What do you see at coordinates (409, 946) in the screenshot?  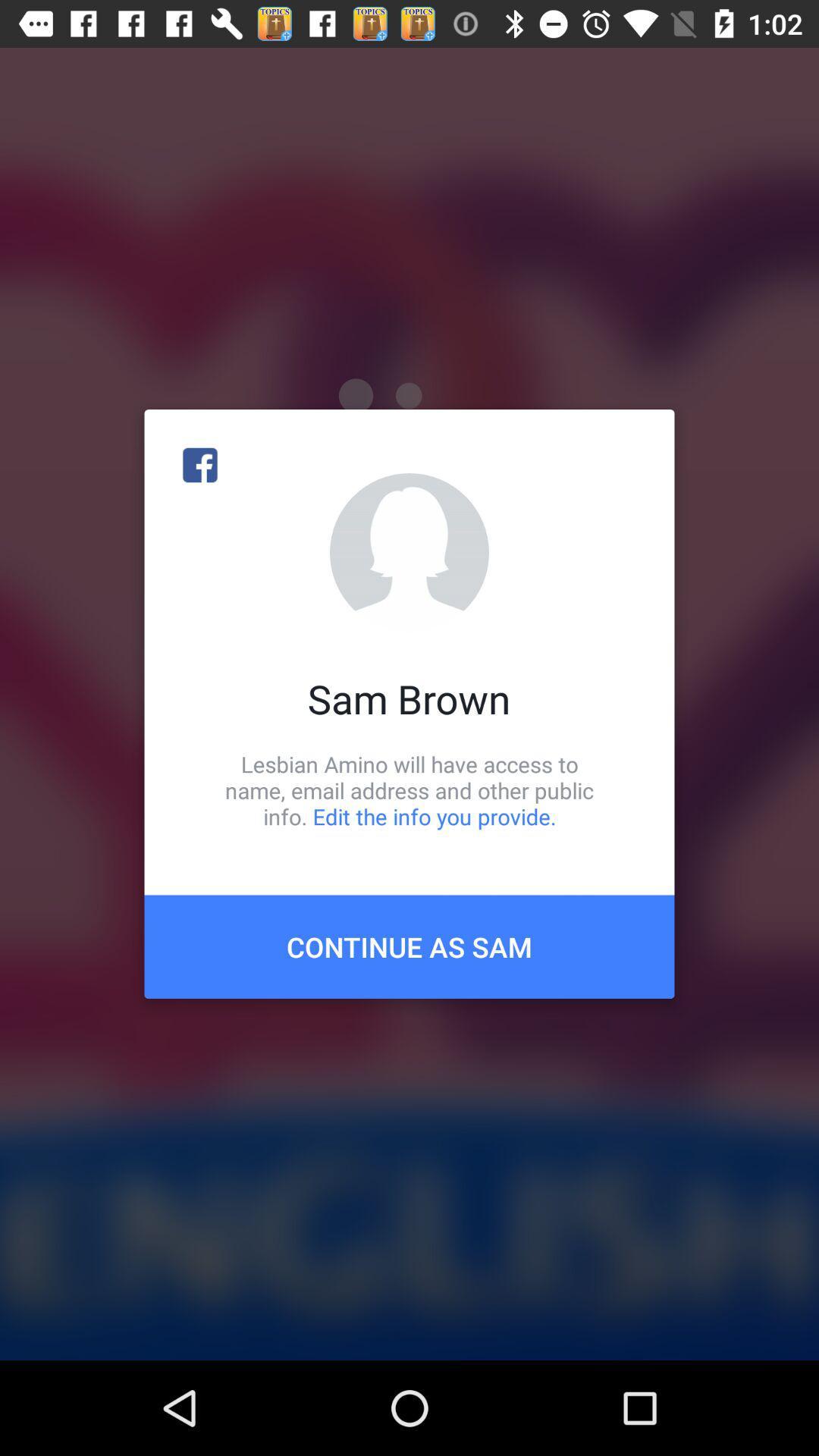 I see `the continue as sam item` at bounding box center [409, 946].